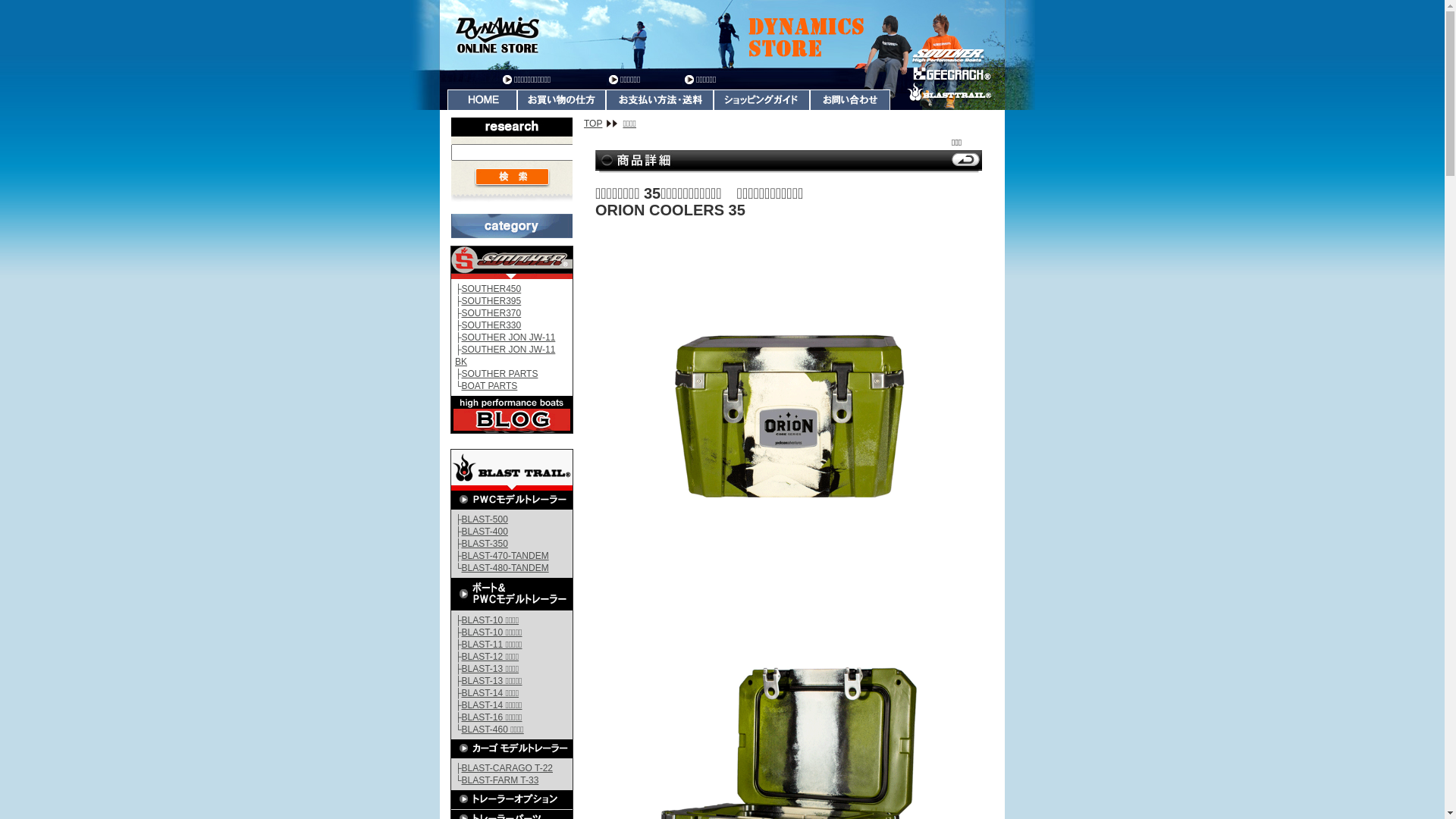 The height and width of the screenshot is (819, 1456). I want to click on 'BLAST-500', so click(484, 519).